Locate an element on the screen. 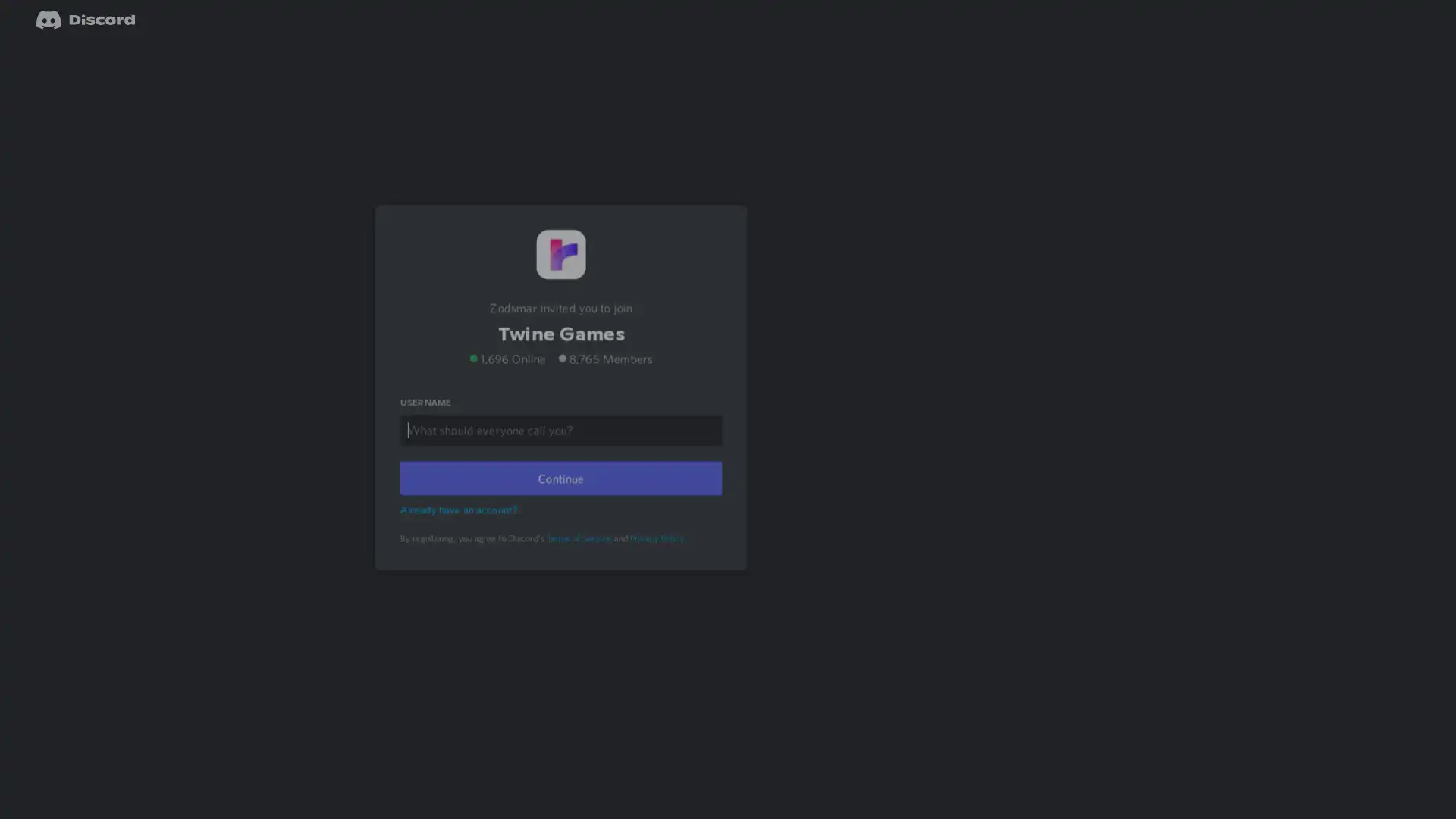 The width and height of the screenshot is (1456, 819). Continue is located at coordinates (560, 497).